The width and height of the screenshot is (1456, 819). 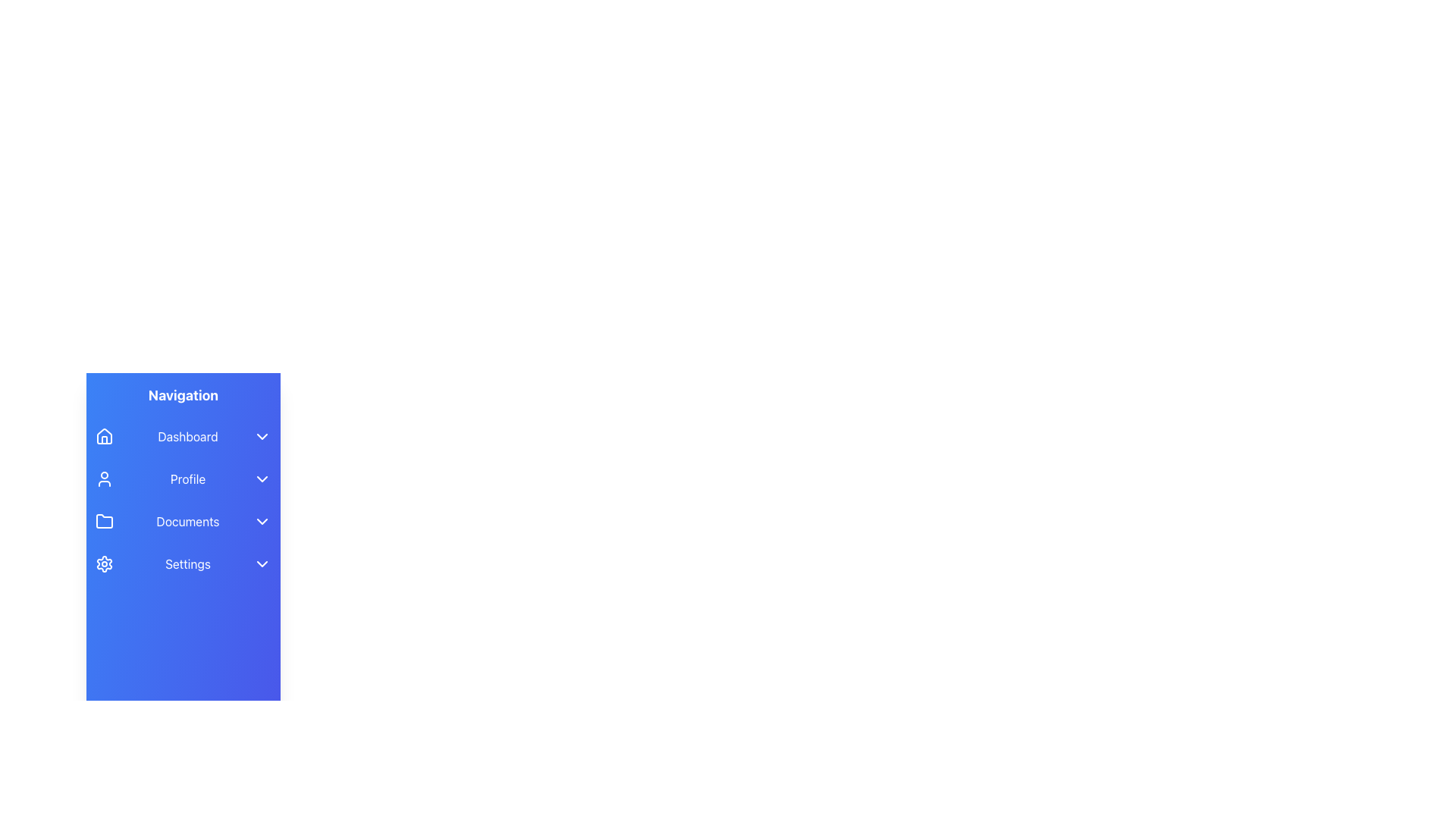 I want to click on the 'Dashboard' text label located in the vertical navigation menu, so click(x=187, y=436).